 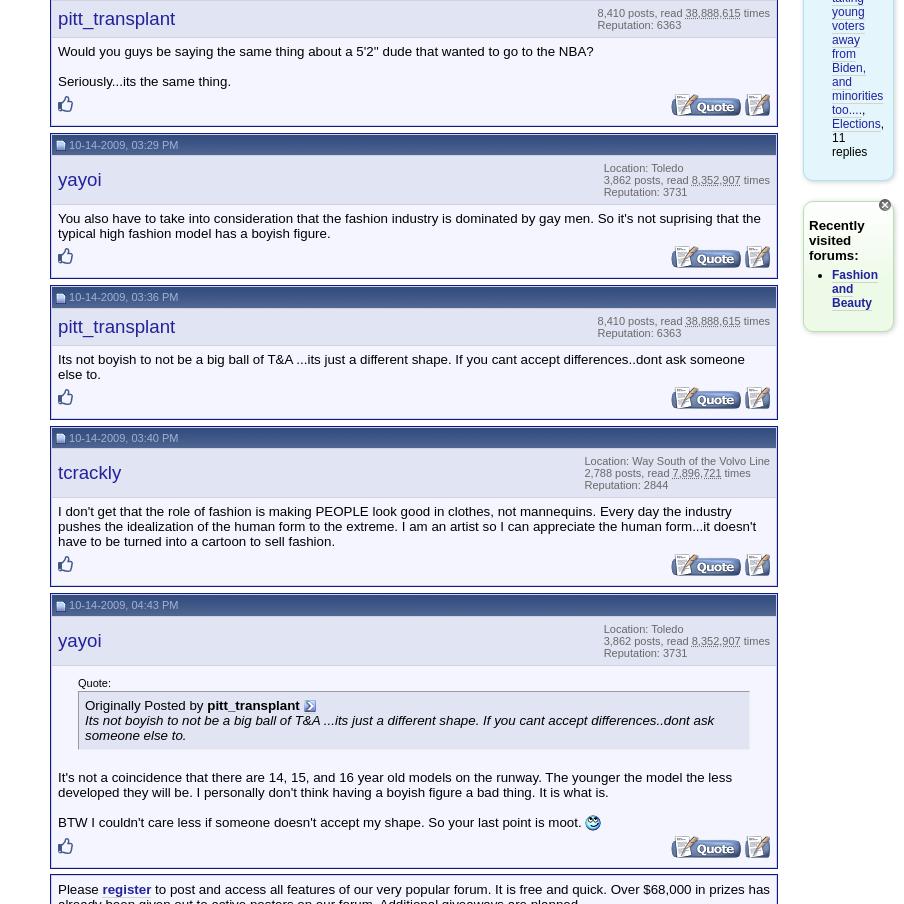 What do you see at coordinates (144, 703) in the screenshot?
I see `'Originally Posted by'` at bounding box center [144, 703].